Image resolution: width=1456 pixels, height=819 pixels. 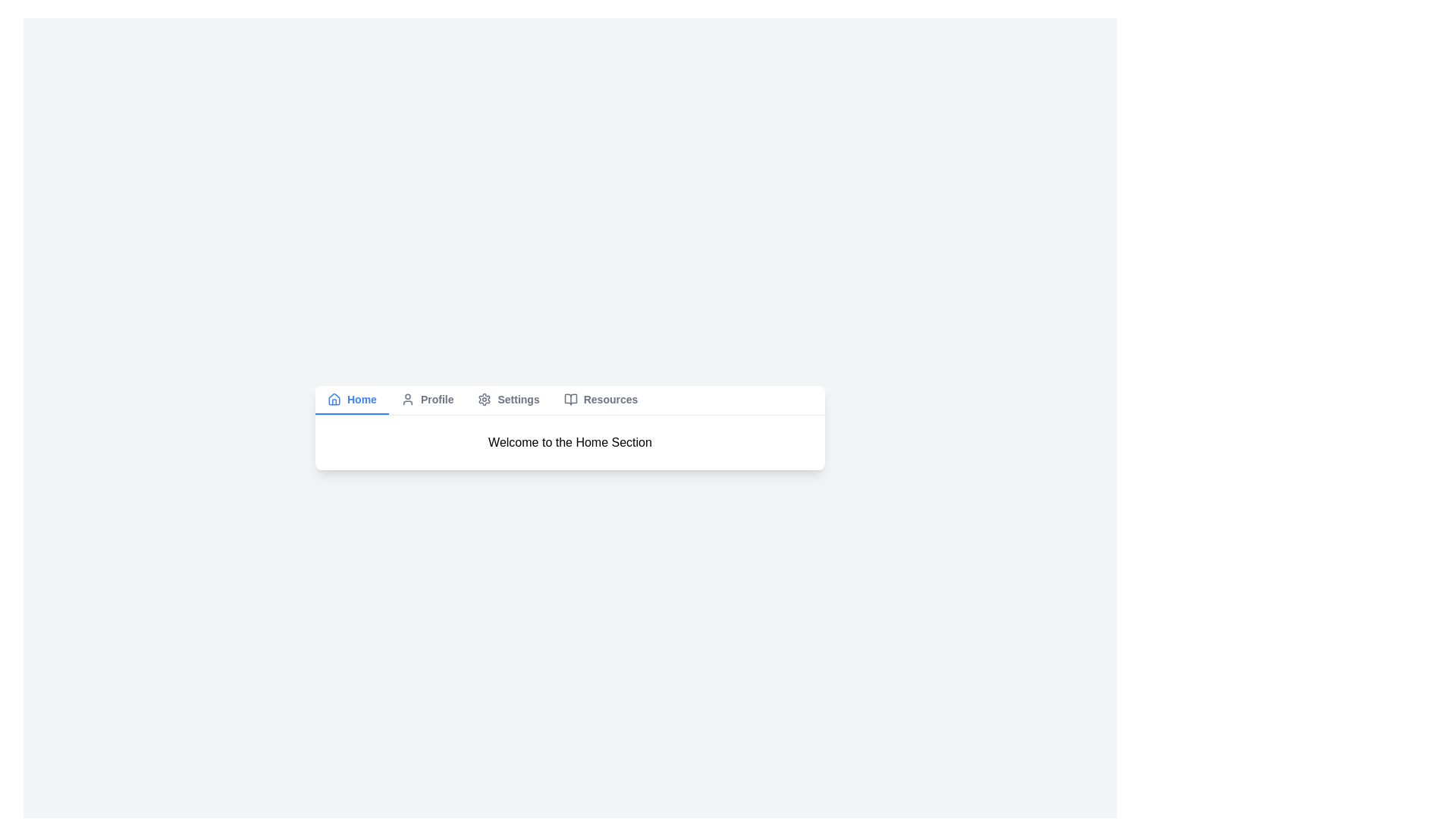 What do you see at coordinates (407, 398) in the screenshot?
I see `the human silhouette icon located next to the 'Profile' text in the horizontal navigation bar` at bounding box center [407, 398].